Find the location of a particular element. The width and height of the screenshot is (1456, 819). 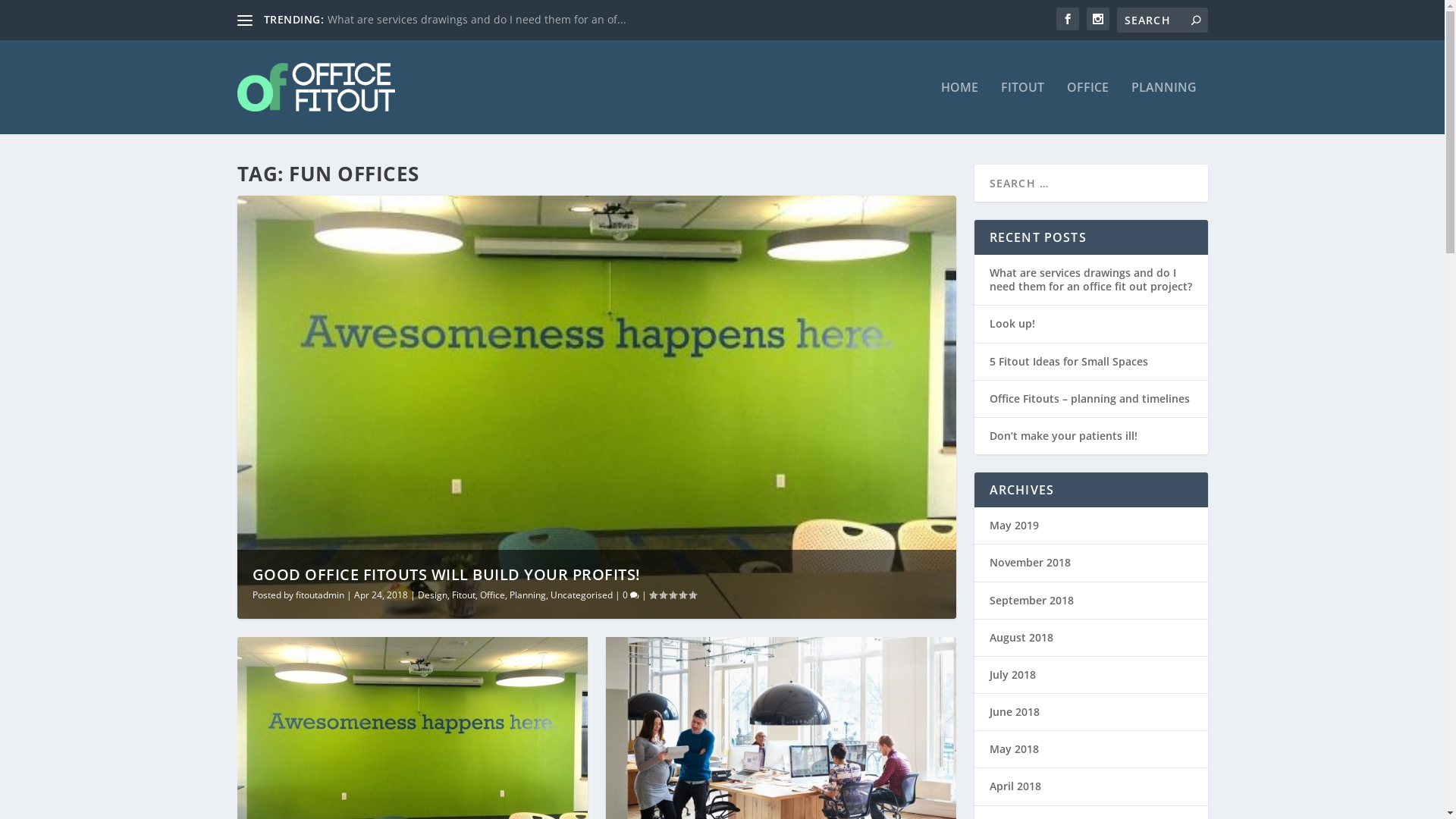

'August 2018' is located at coordinates (1020, 637).